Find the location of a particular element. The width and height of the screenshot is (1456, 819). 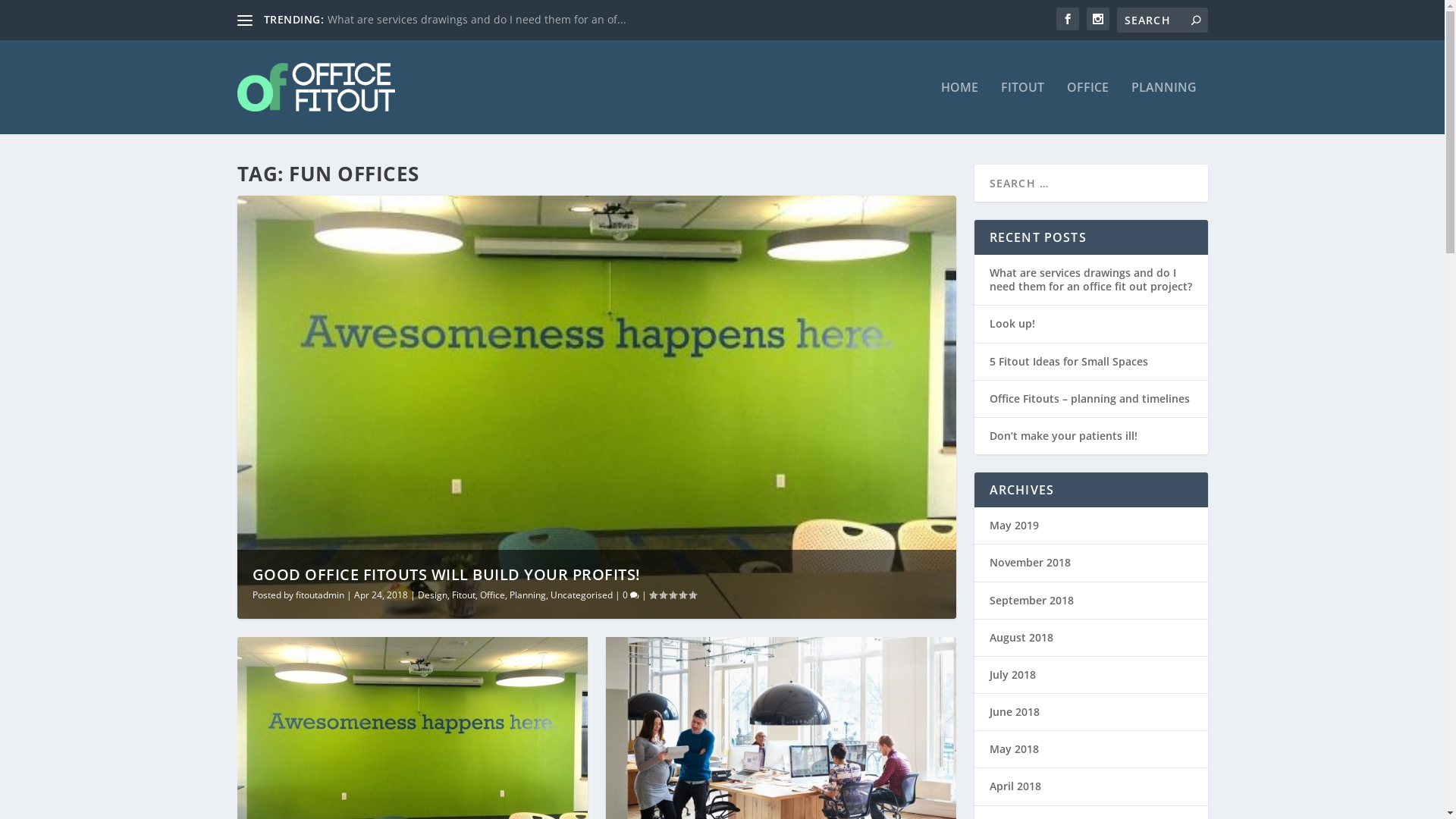

'August 2018' is located at coordinates (1020, 637).